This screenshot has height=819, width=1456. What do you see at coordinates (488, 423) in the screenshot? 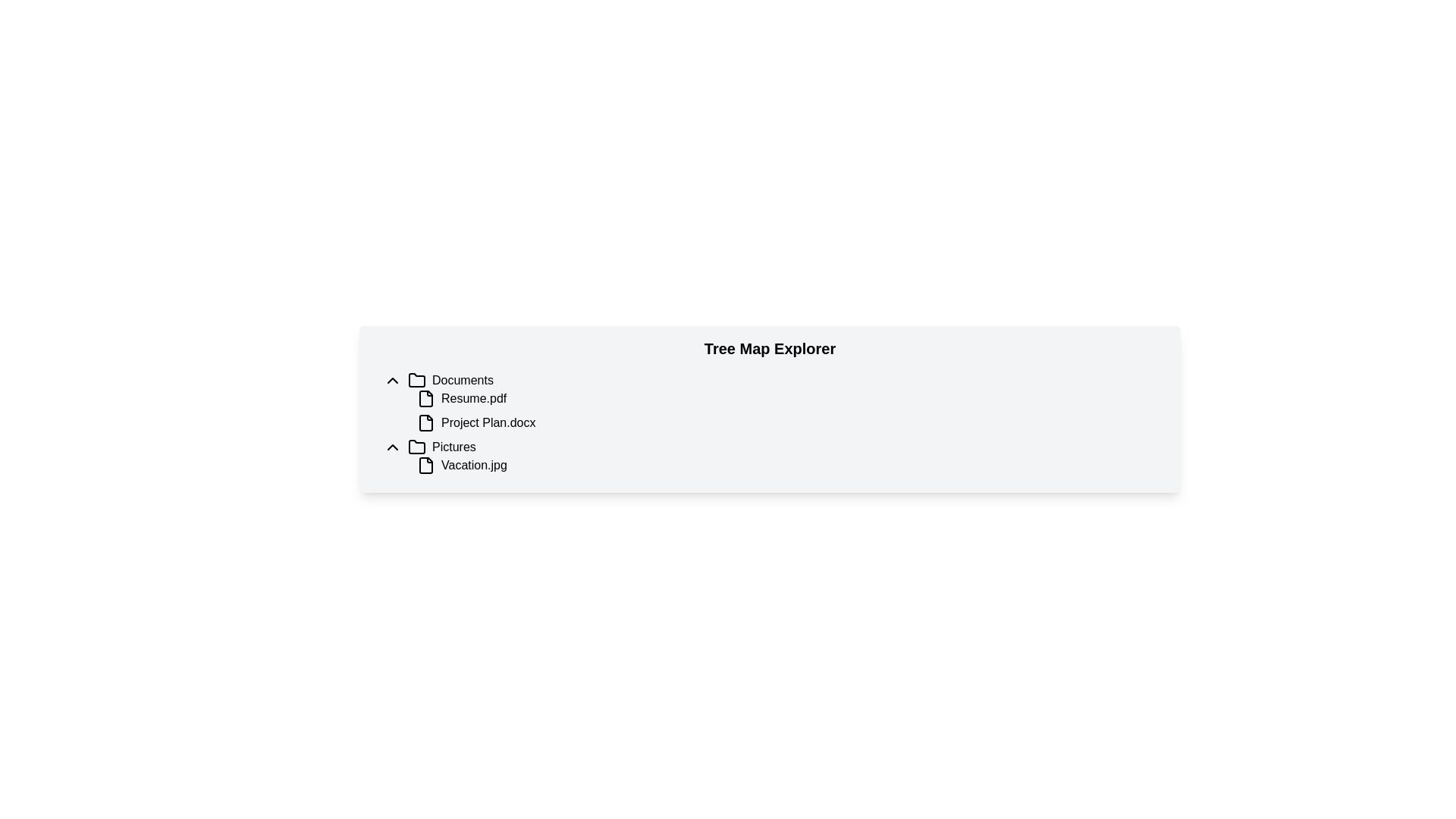
I see `the text label displaying the file name 'Project Plan.docx'` at bounding box center [488, 423].